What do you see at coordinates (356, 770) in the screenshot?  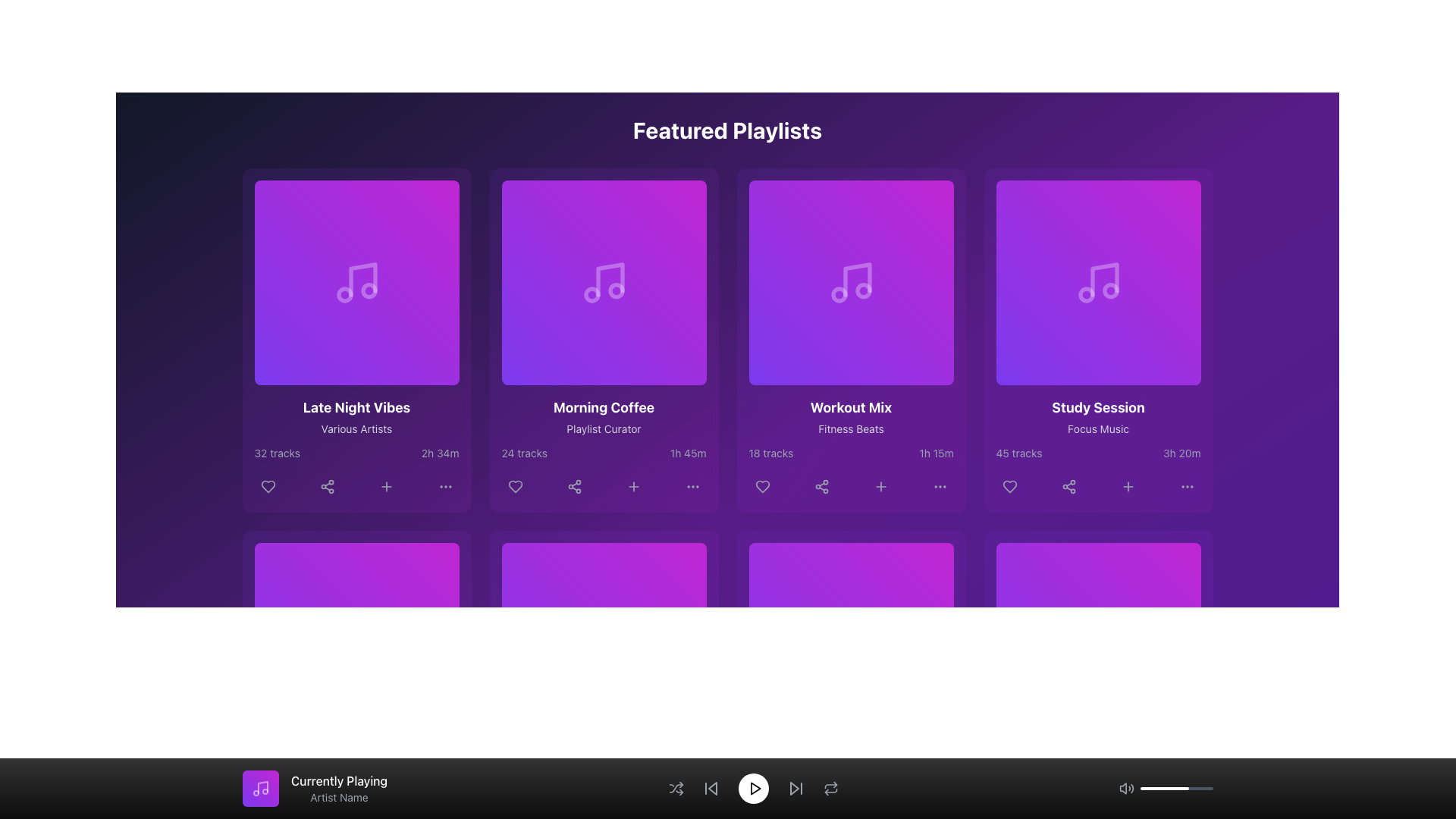 I see `text label displaying 'Chill Lofi', which is large and bold with a white color, positioned above 'Beat Makers' in the semi-transparent card` at bounding box center [356, 770].